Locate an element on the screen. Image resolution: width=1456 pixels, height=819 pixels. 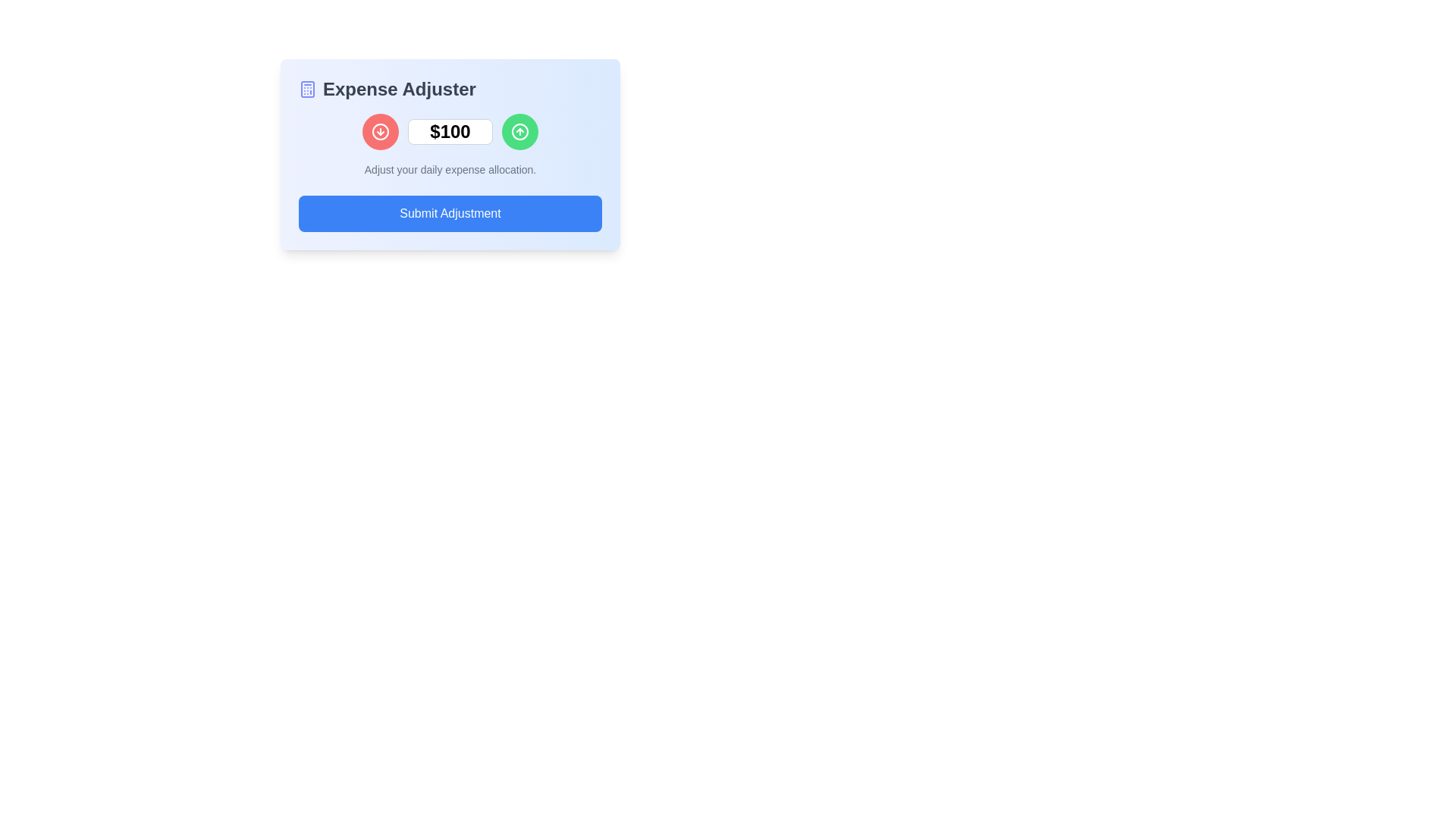
the button located on the left side of a horizontal arrangement that decrements the value displayed in the central text field, which shows '$100' is located at coordinates (381, 130).